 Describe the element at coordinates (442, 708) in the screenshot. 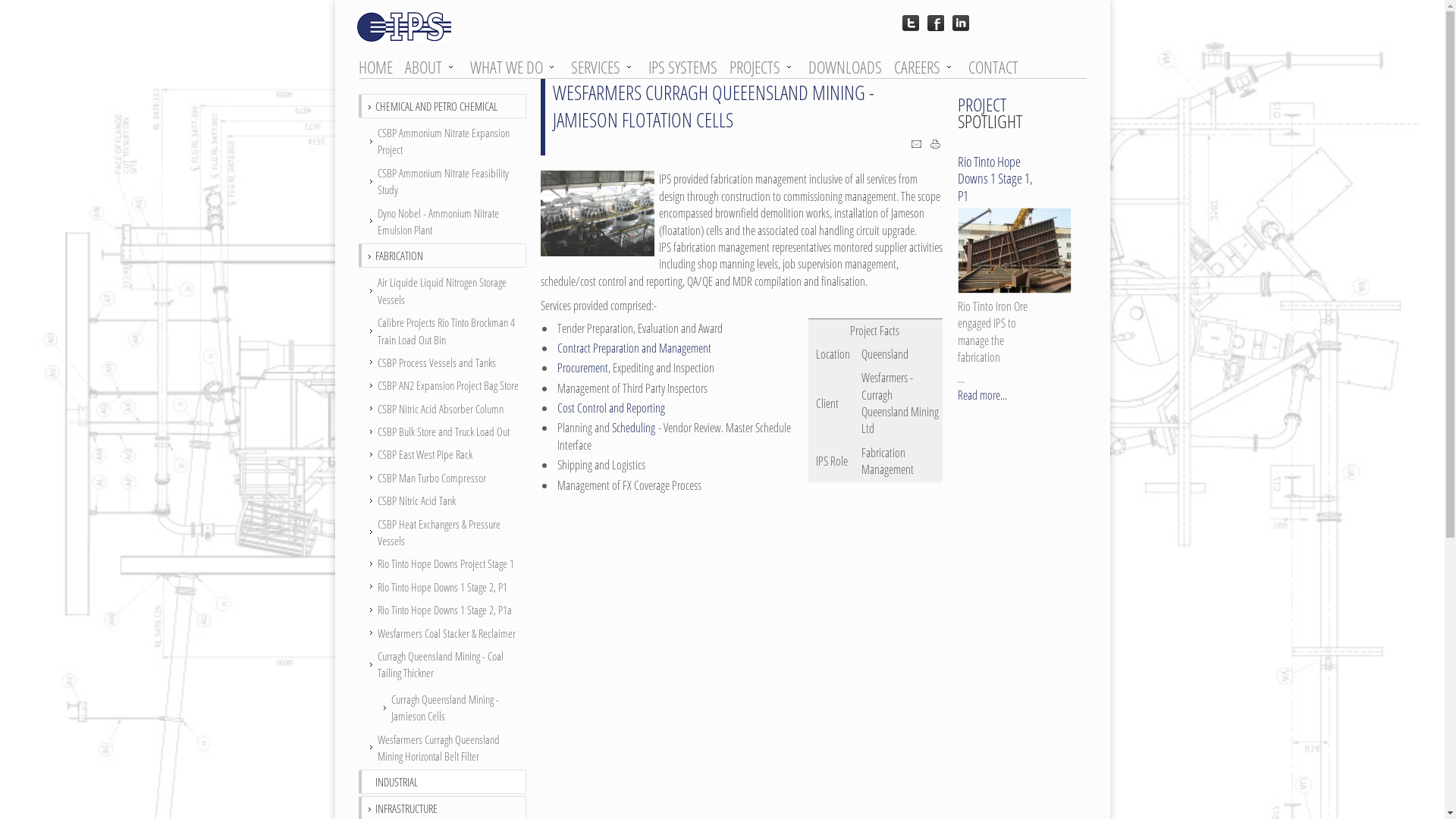

I see `'Curragh Queensland Mining - Jamieson Cells'` at that location.